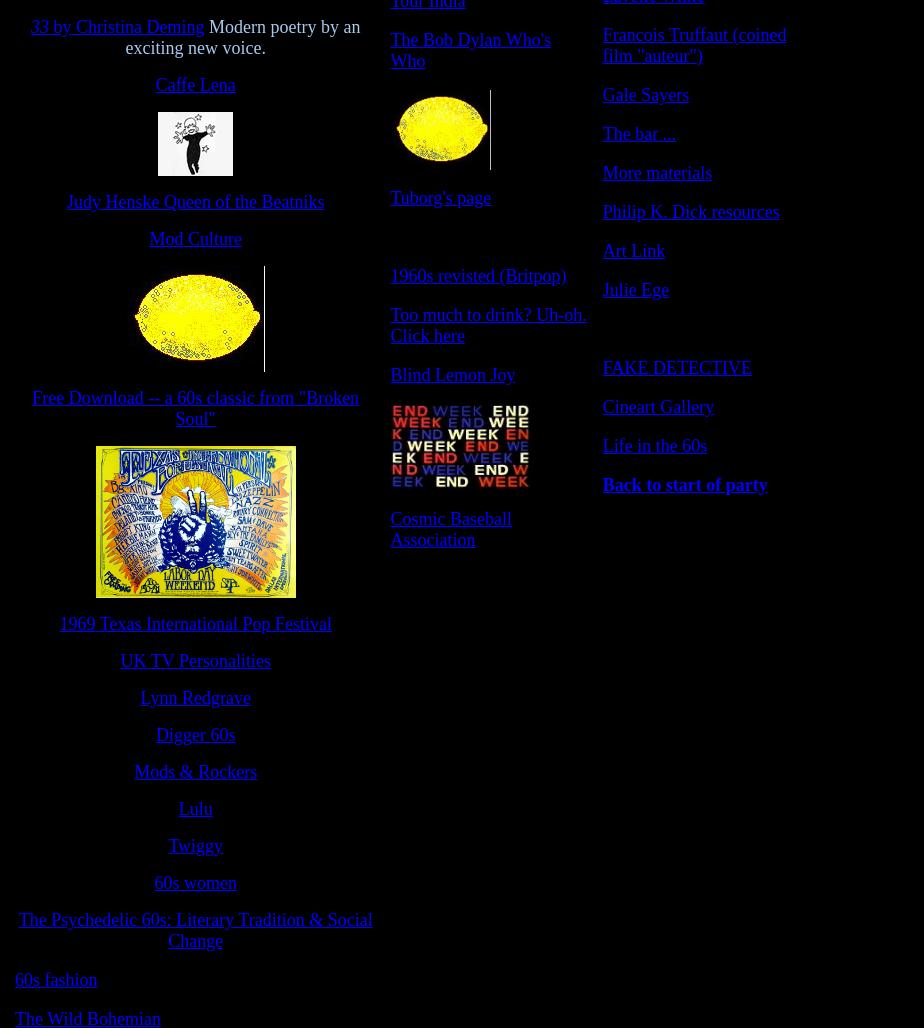 The width and height of the screenshot is (924, 1028). What do you see at coordinates (195, 734) in the screenshot?
I see `'Digger 60s'` at bounding box center [195, 734].